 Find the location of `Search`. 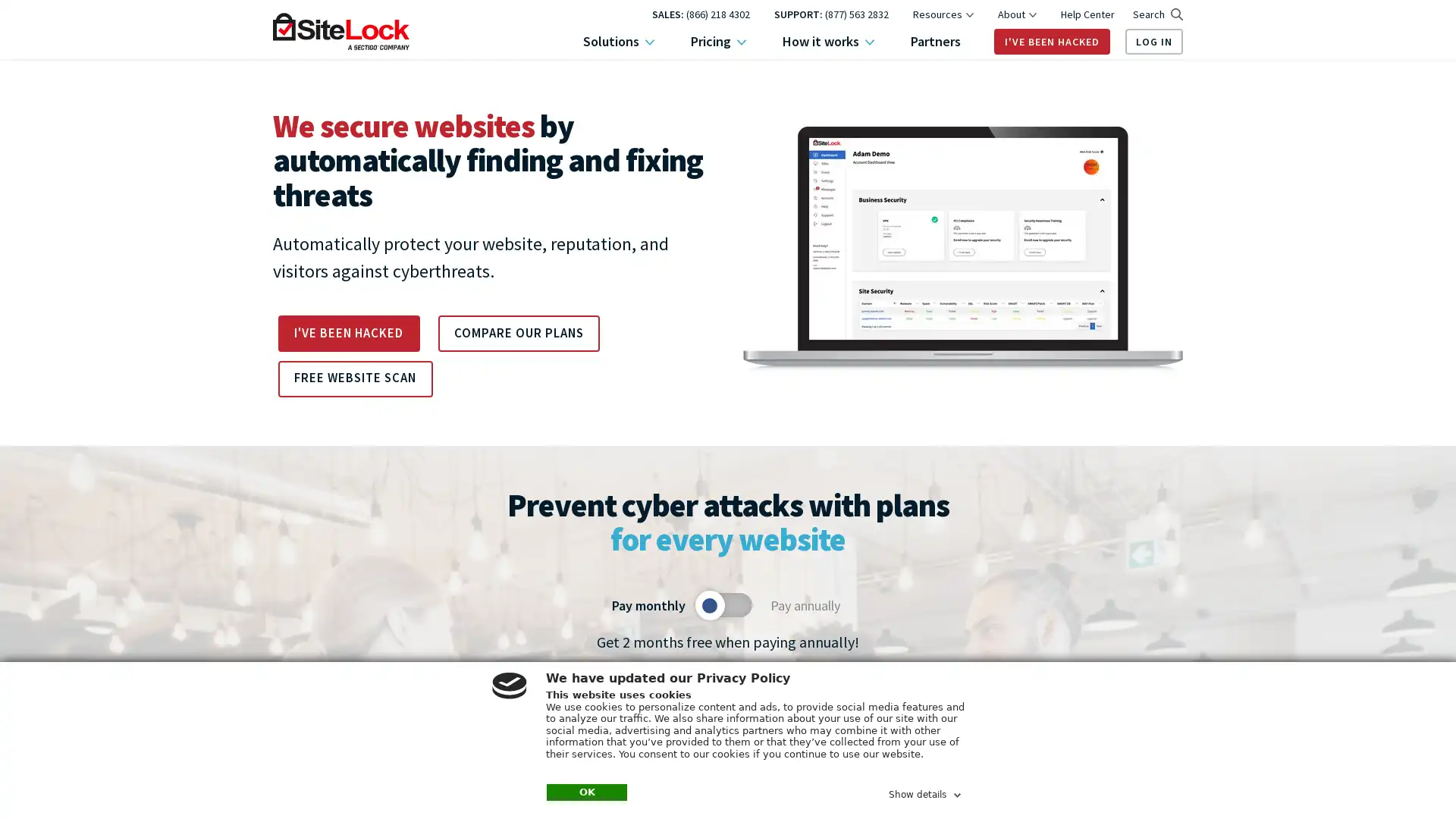

Search is located at coordinates (1156, 14).